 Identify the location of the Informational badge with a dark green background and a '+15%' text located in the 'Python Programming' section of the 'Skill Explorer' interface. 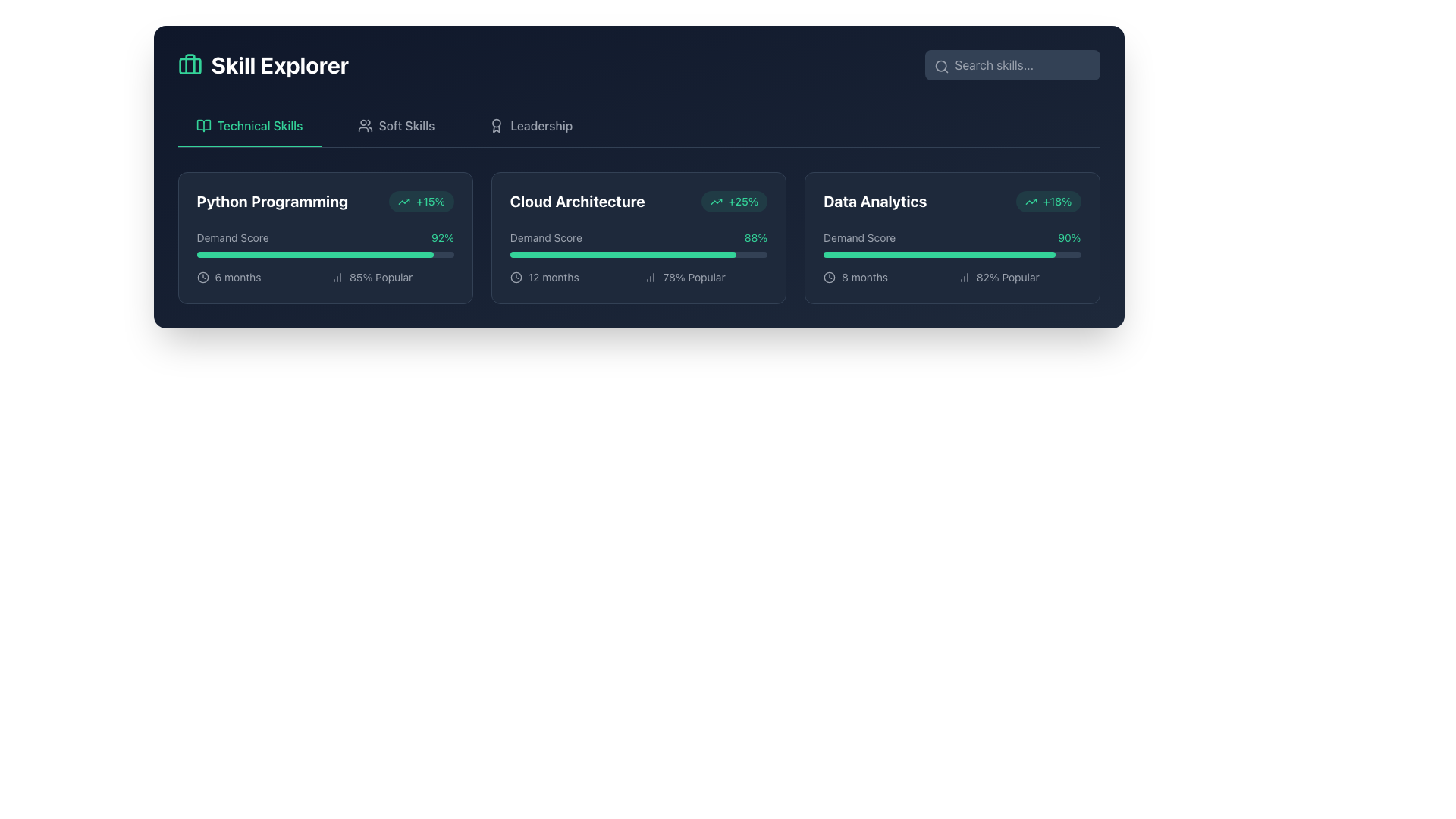
(422, 201).